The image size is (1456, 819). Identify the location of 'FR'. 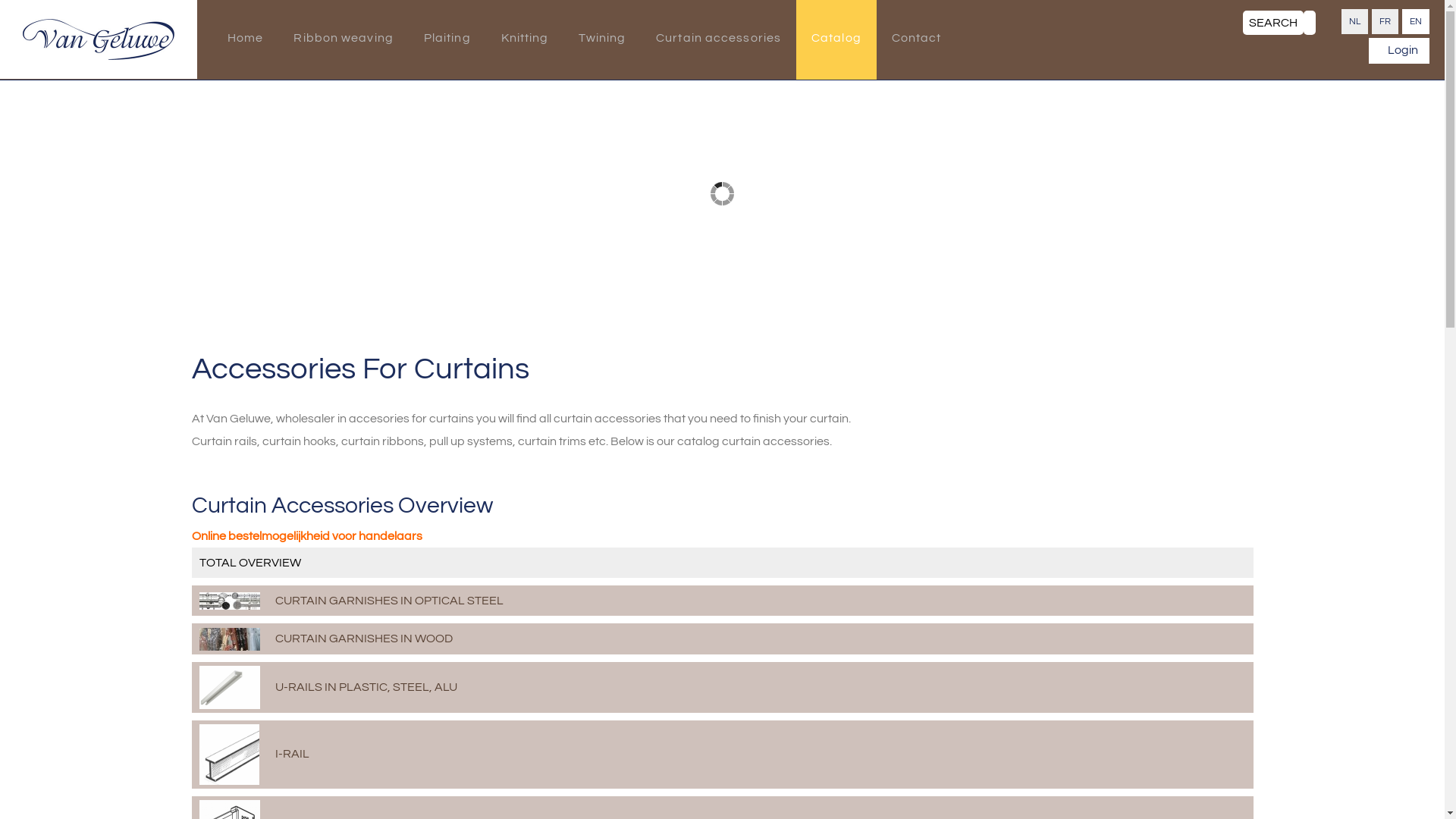
(1372, 21).